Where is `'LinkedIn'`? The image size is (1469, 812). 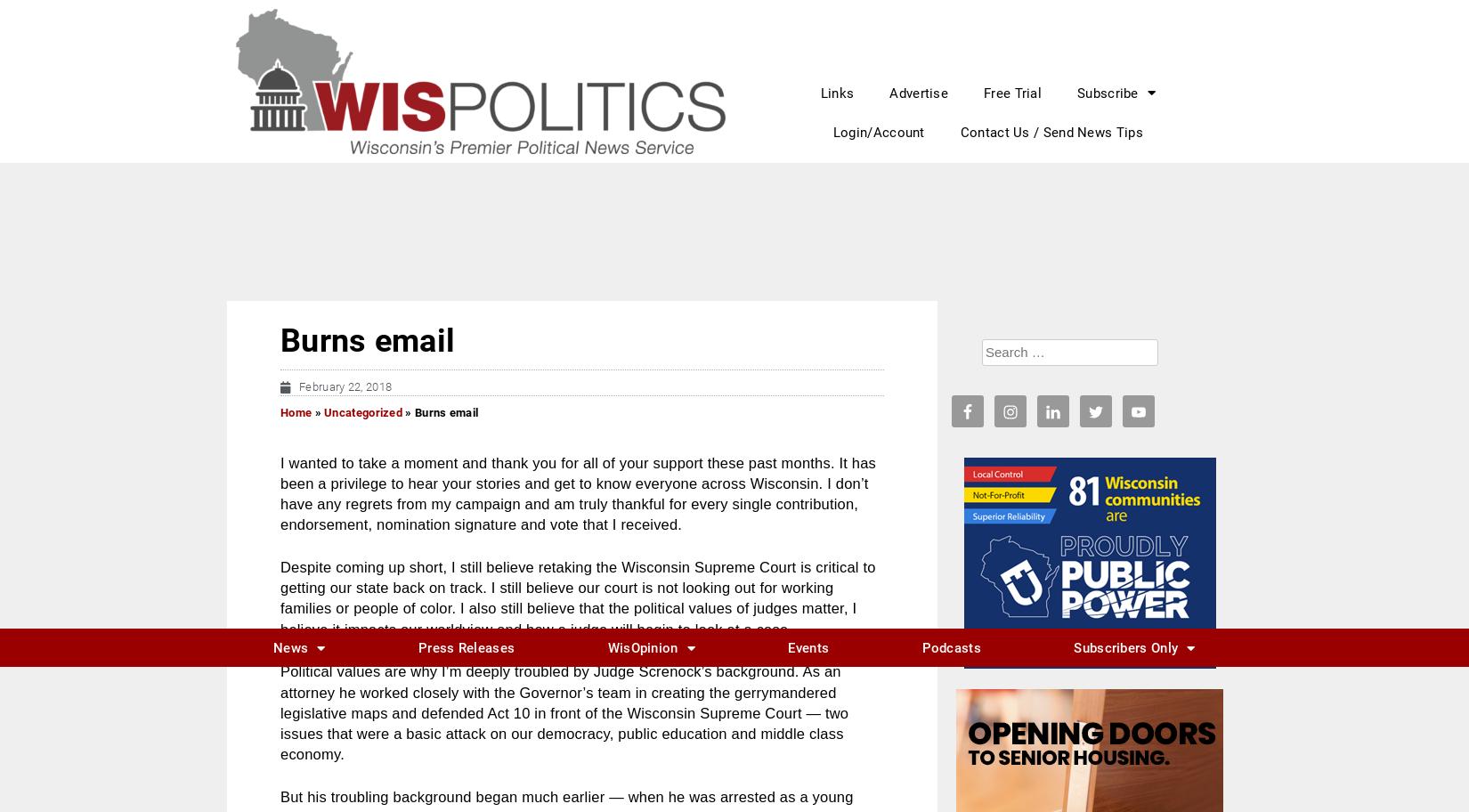 'LinkedIn' is located at coordinates (581, 515).